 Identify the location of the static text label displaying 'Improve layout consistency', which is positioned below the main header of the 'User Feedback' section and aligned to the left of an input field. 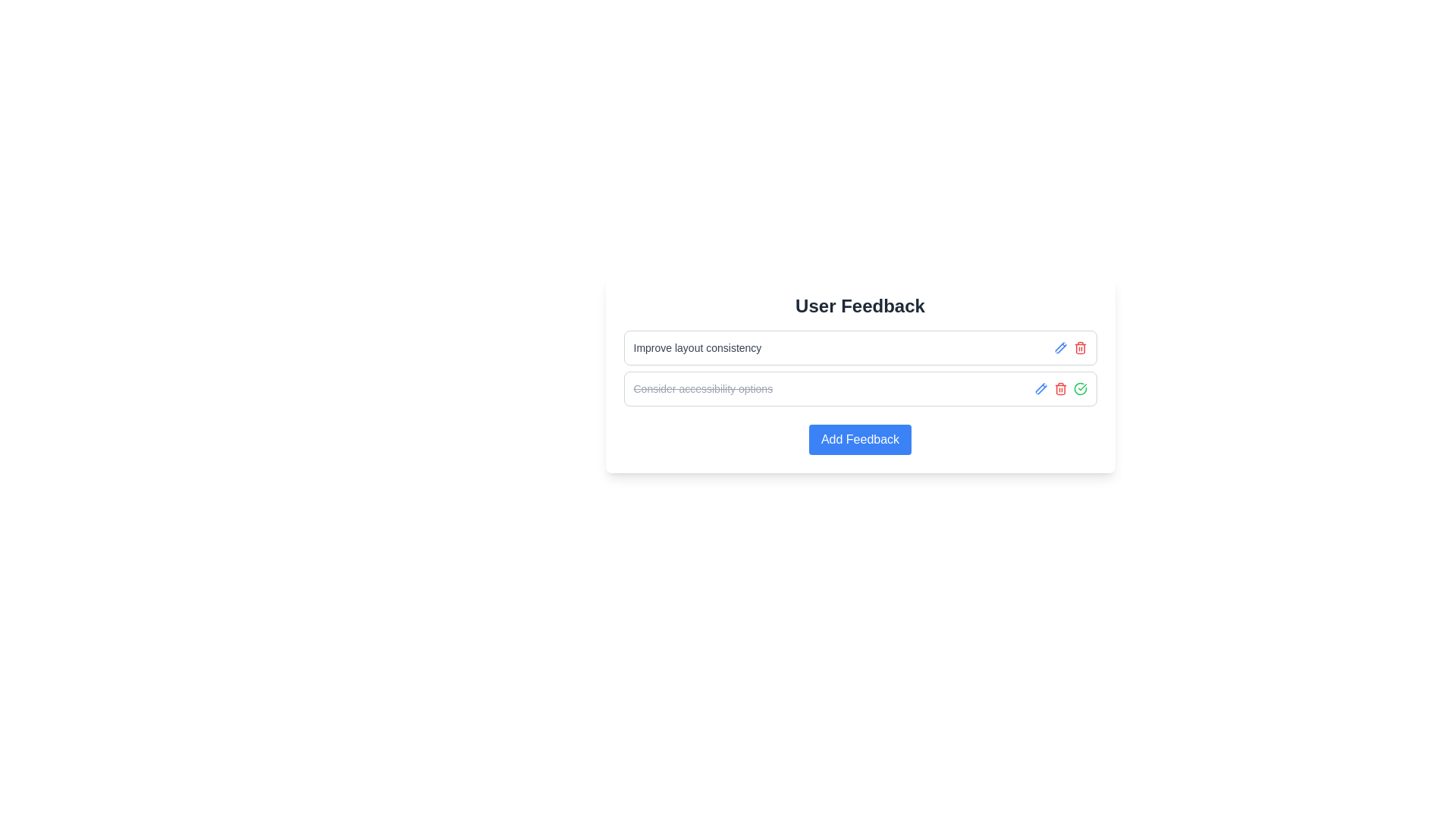
(696, 348).